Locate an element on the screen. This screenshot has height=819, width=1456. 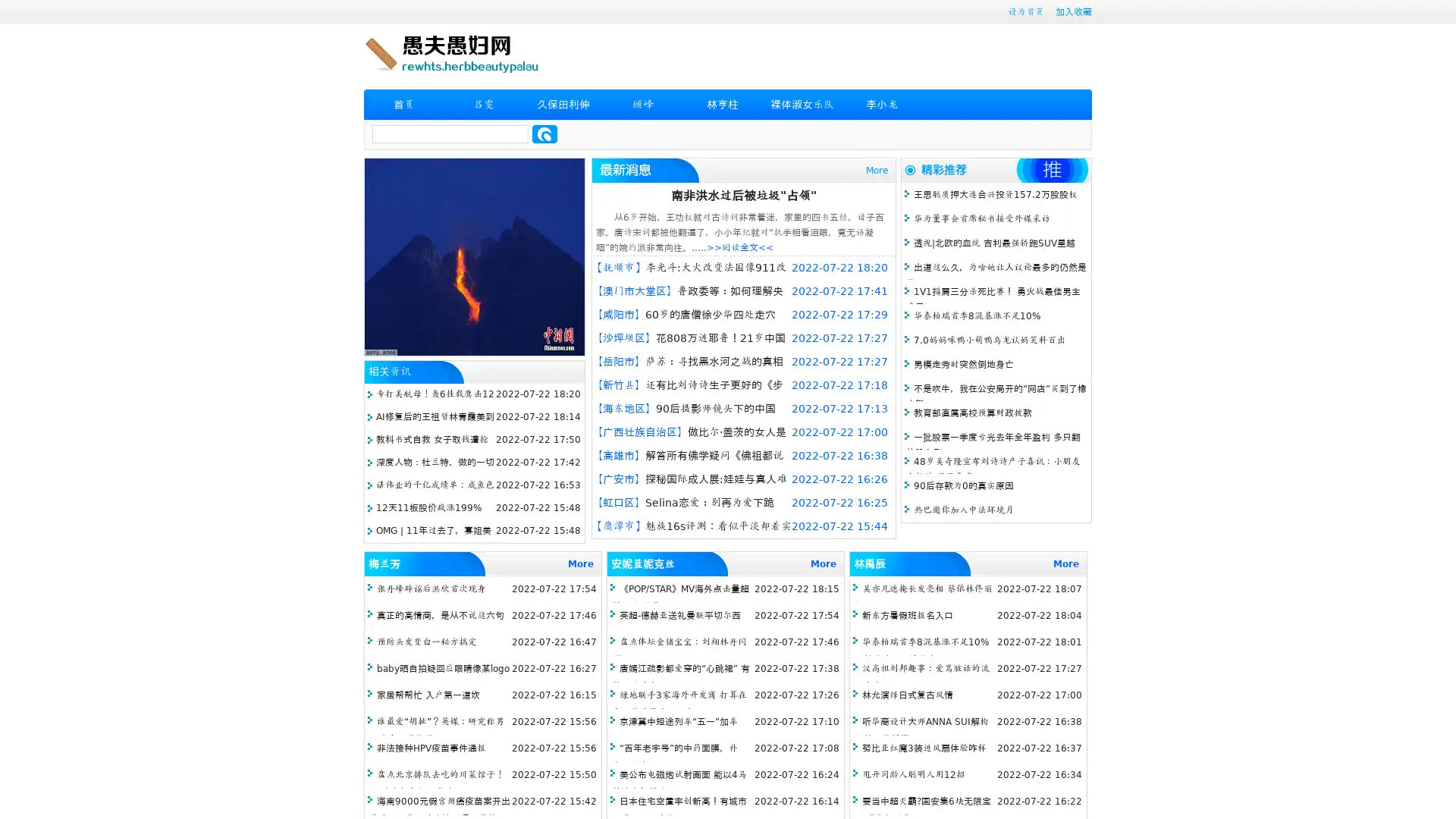
Search is located at coordinates (544, 133).